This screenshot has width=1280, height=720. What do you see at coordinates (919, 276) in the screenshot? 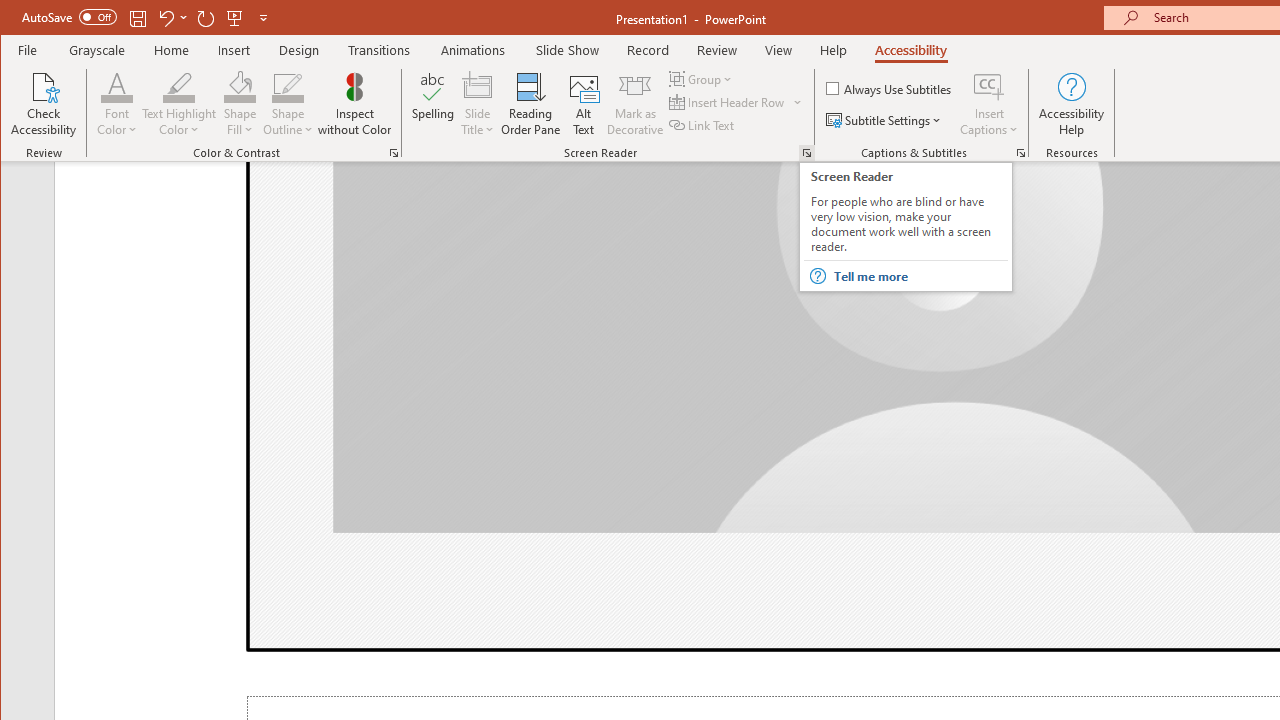
I see `'Tell me more'` at bounding box center [919, 276].